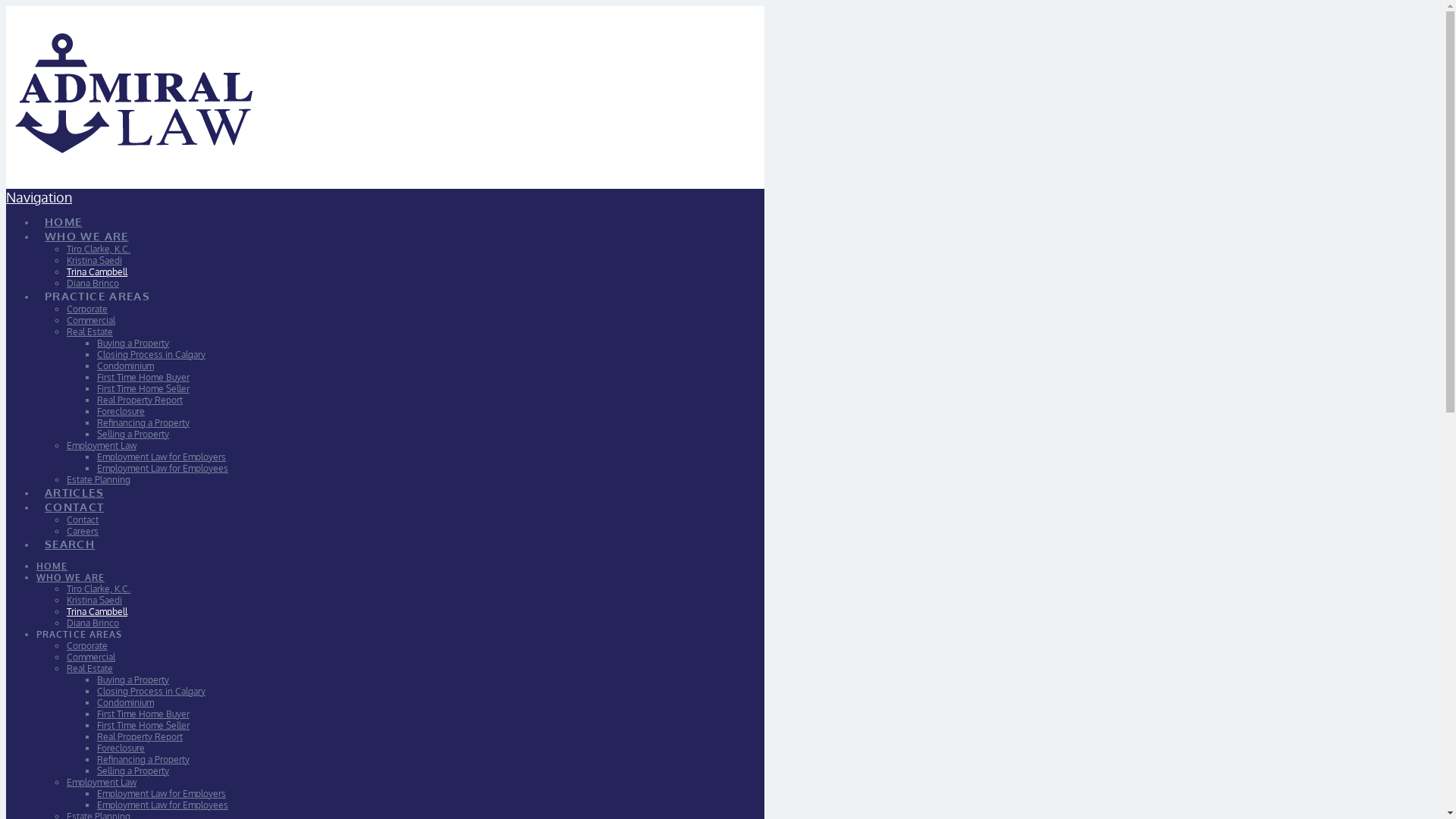 This screenshot has width=1456, height=819. Describe the element at coordinates (36, 535) in the screenshot. I see `'SEARCH'` at that location.